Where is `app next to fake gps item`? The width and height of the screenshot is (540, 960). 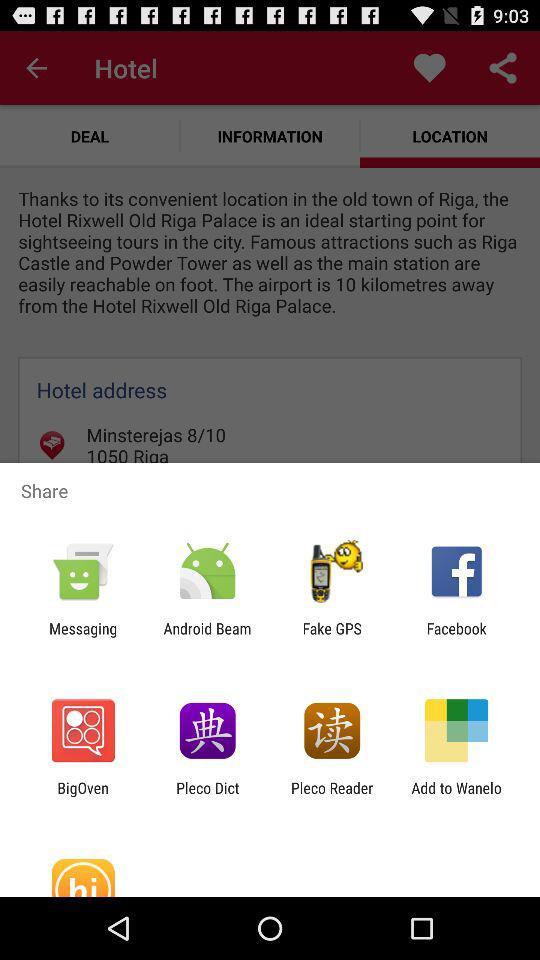 app next to fake gps item is located at coordinates (456, 636).